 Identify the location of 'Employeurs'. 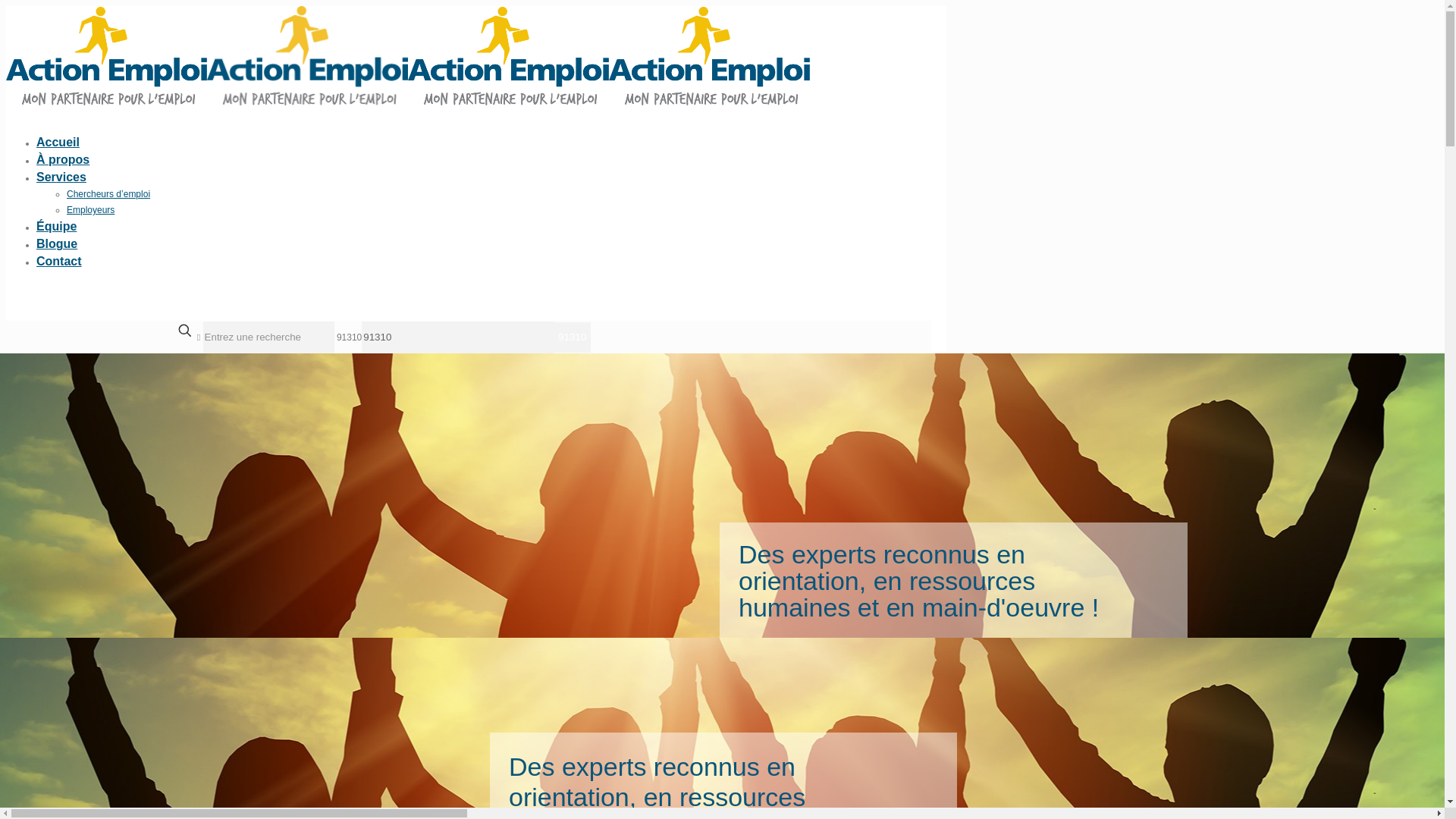
(65, 210).